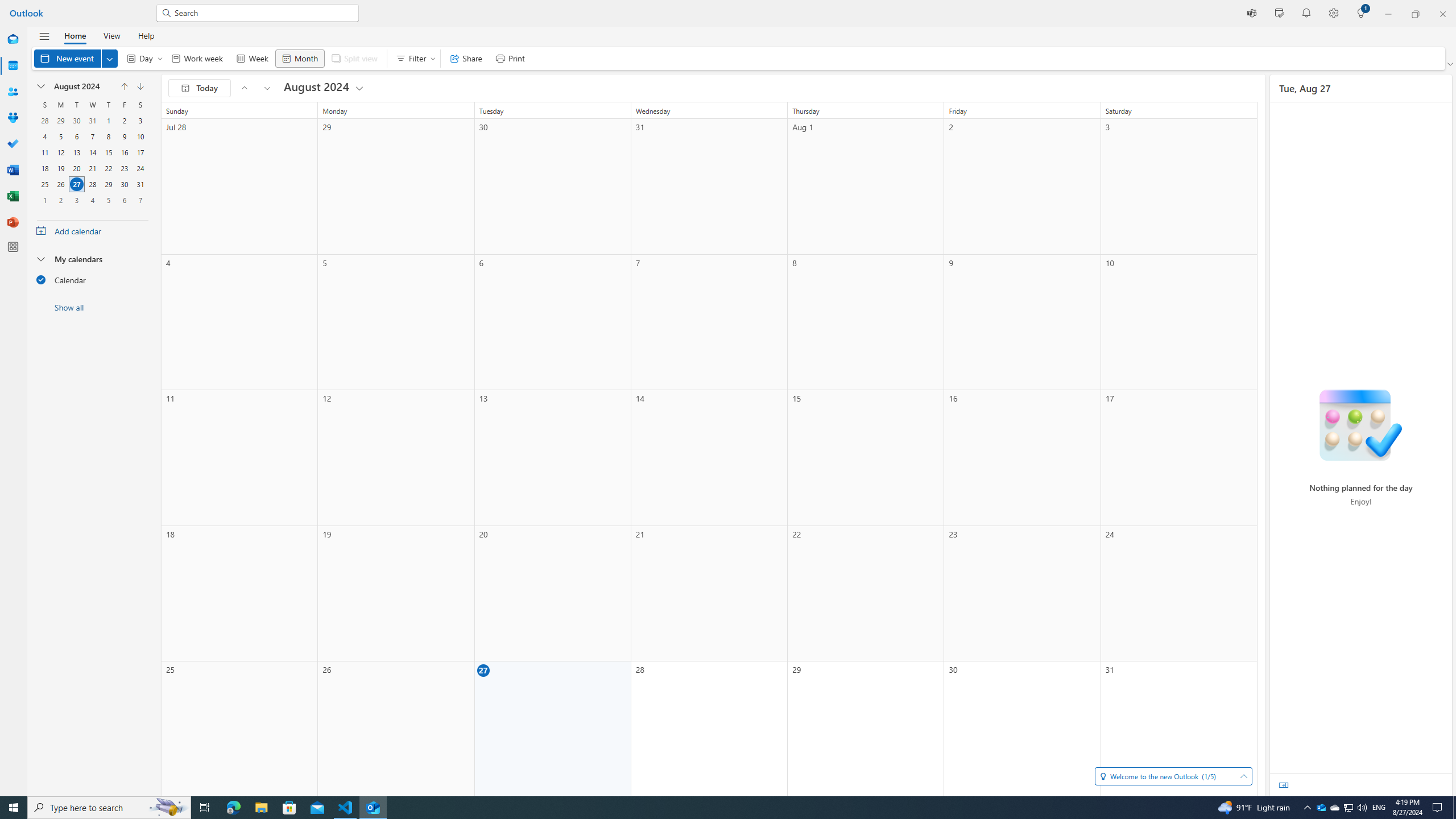 The width and height of the screenshot is (1456, 819). Describe the element at coordinates (1454, 806) in the screenshot. I see `'Show desktop'` at that location.